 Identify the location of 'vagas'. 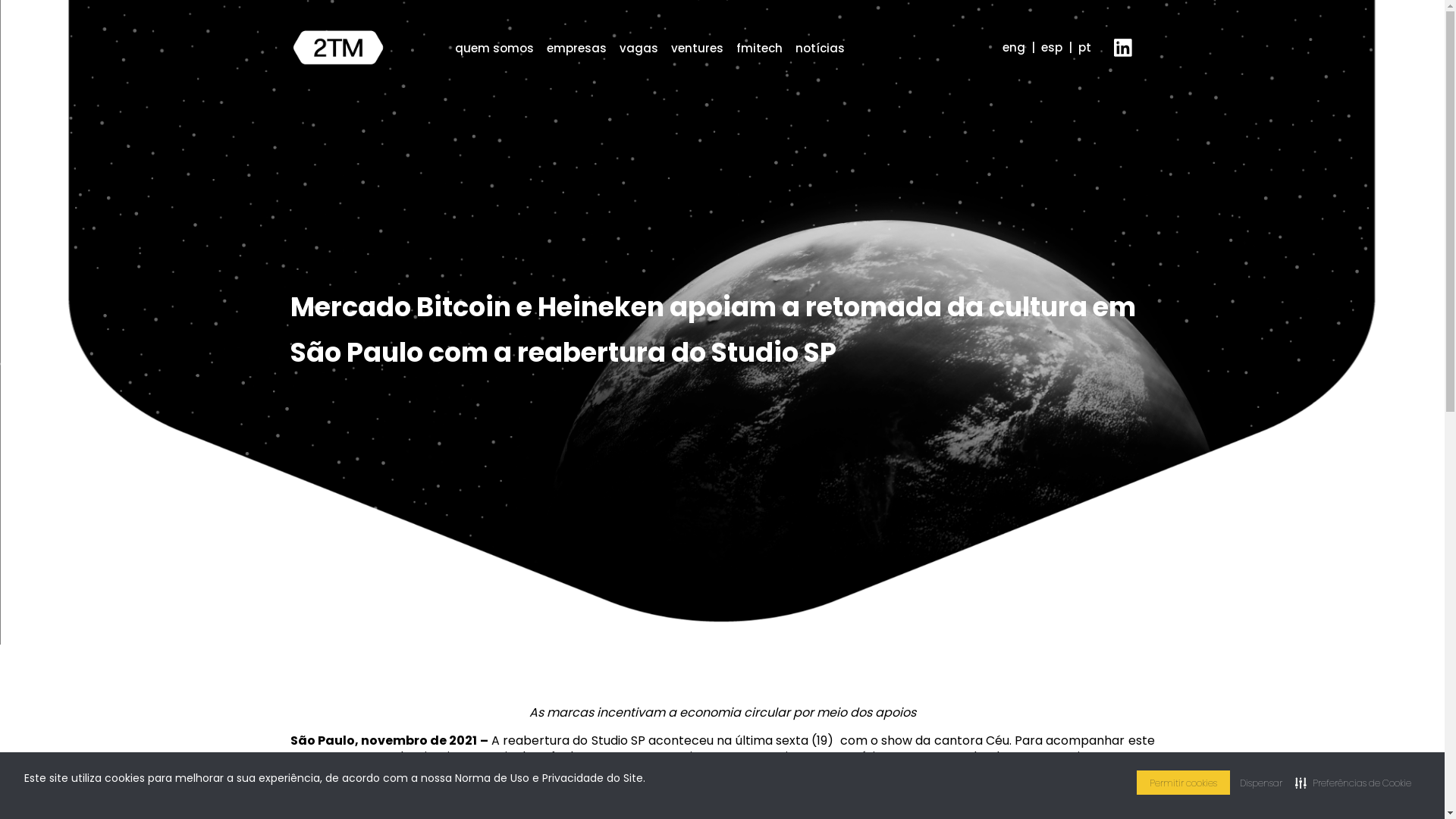
(619, 47).